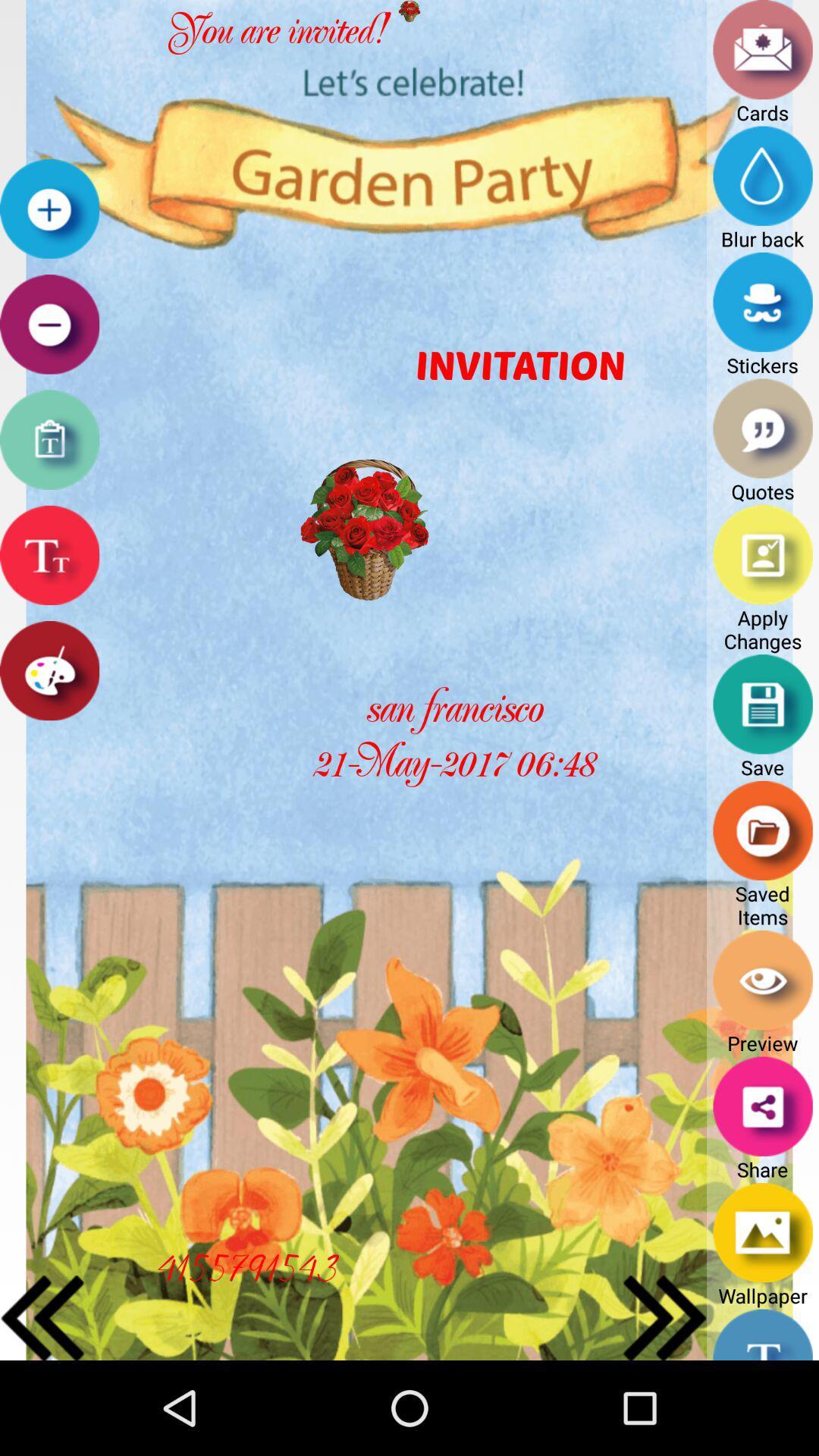 The height and width of the screenshot is (1456, 819). I want to click on the font icon, so click(49, 593).